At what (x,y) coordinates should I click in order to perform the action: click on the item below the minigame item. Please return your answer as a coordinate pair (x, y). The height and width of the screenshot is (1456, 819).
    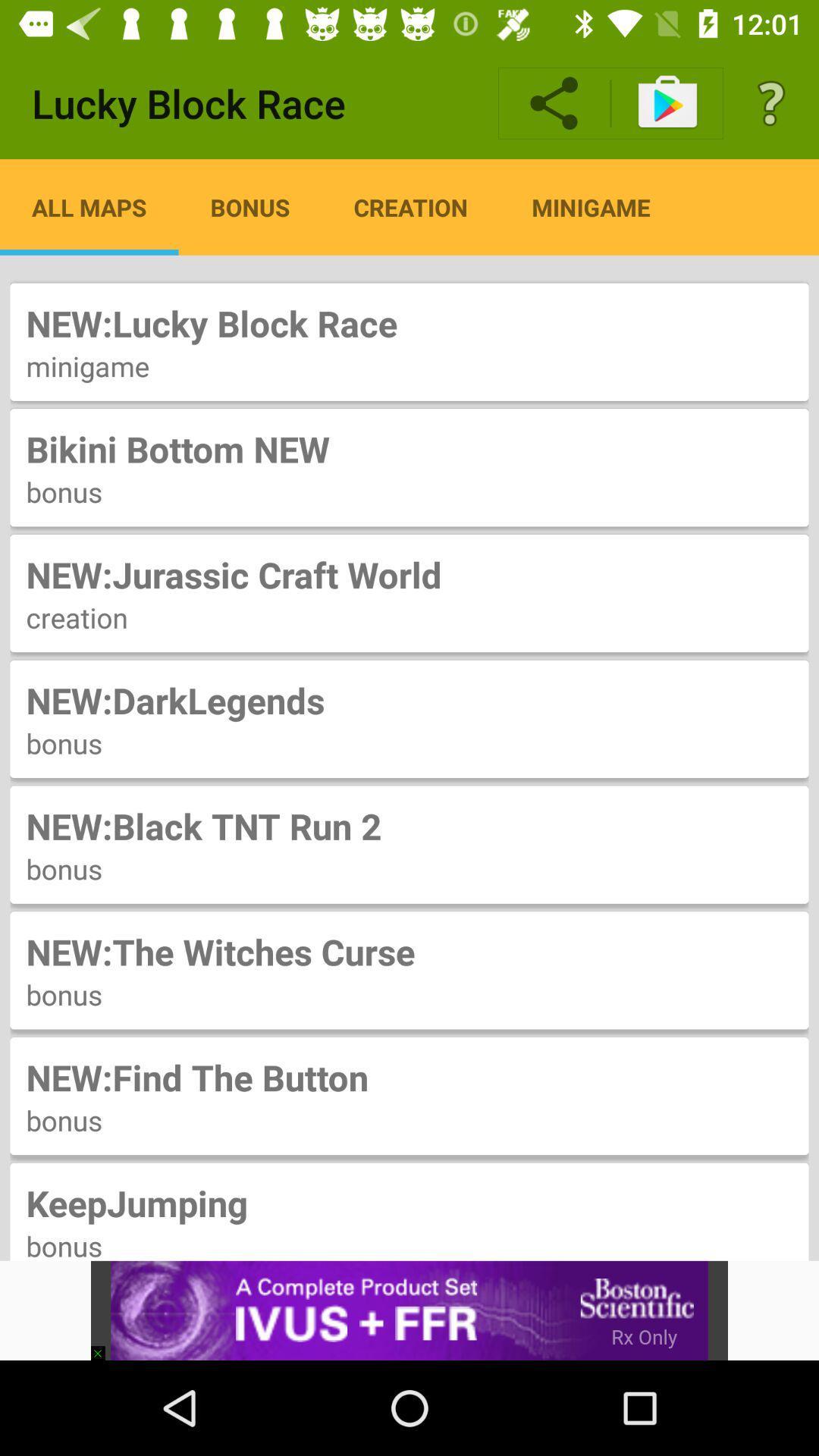
    Looking at the image, I should click on (409, 448).